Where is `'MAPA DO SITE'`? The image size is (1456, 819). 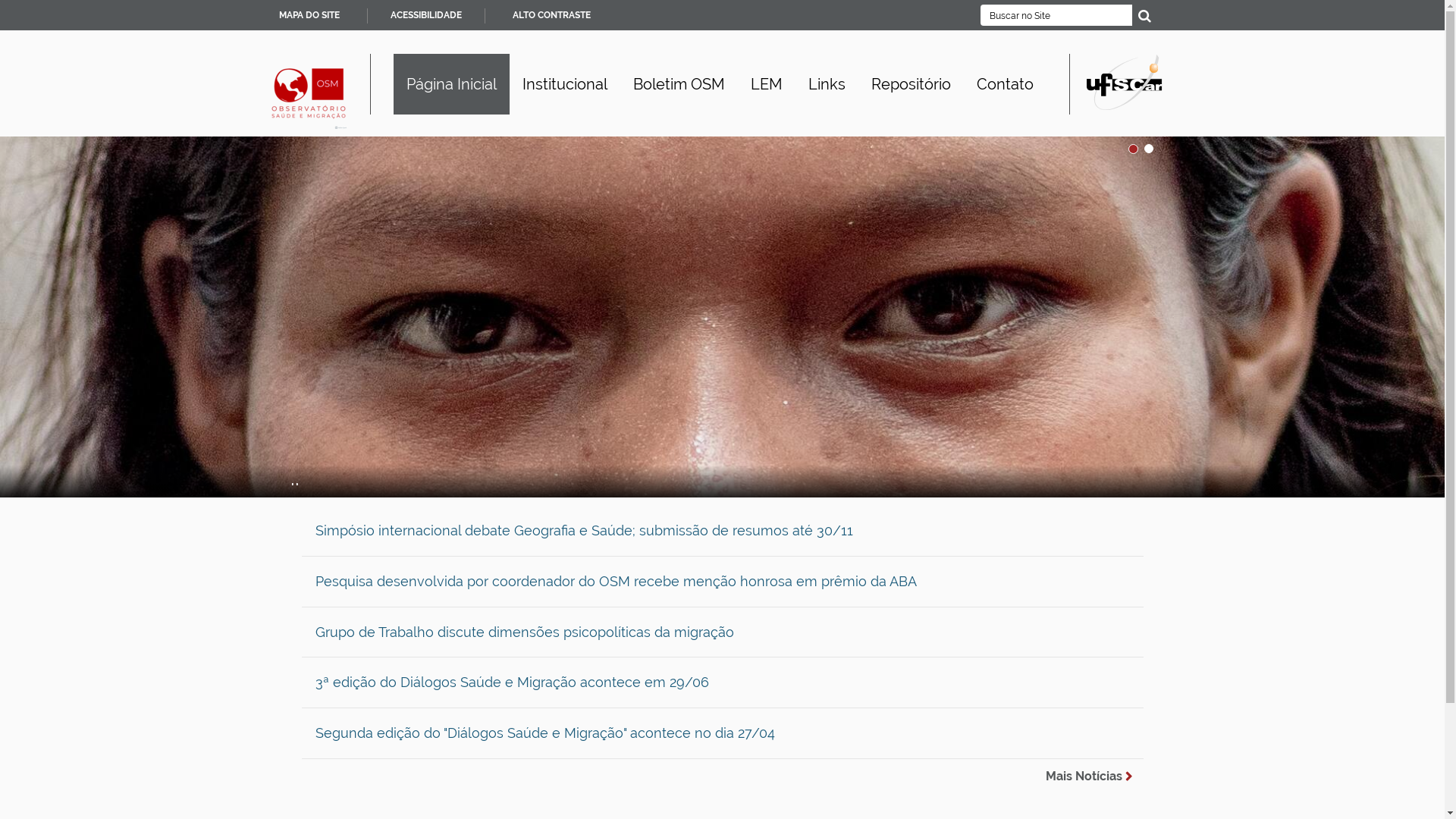
'MAPA DO SITE' is located at coordinates (309, 14).